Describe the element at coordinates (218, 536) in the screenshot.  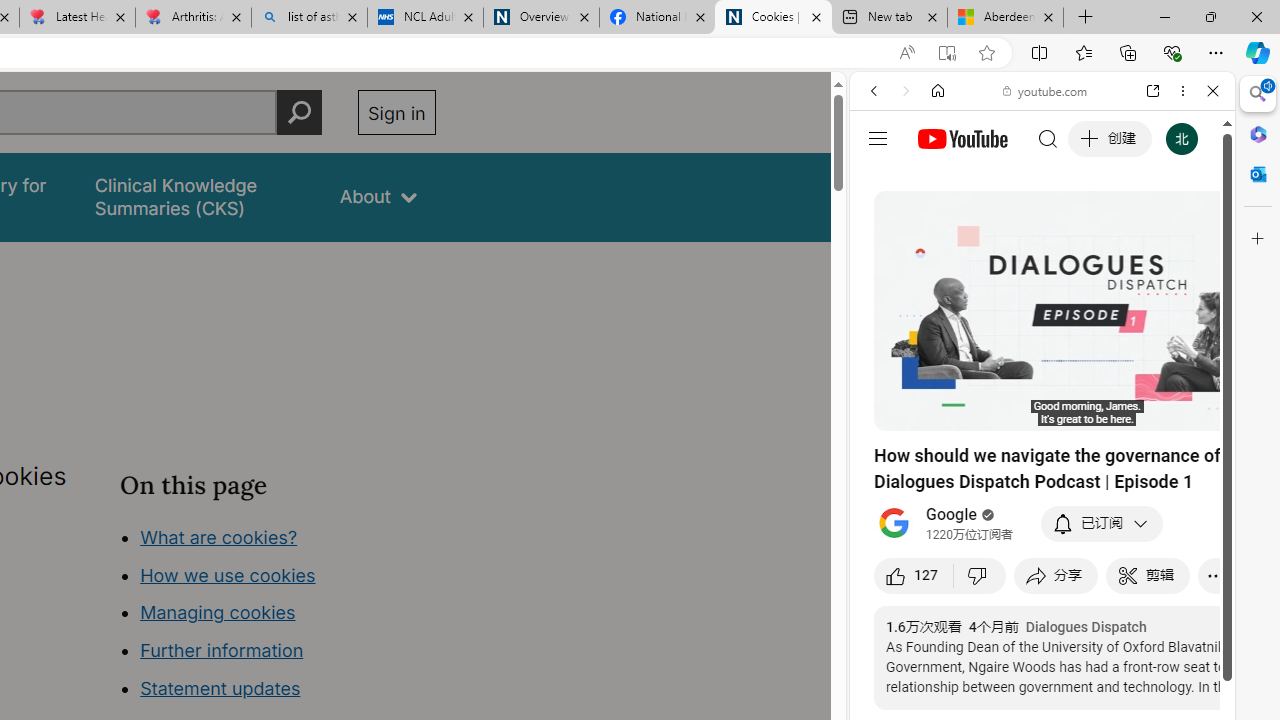
I see `'What are cookies?'` at that location.